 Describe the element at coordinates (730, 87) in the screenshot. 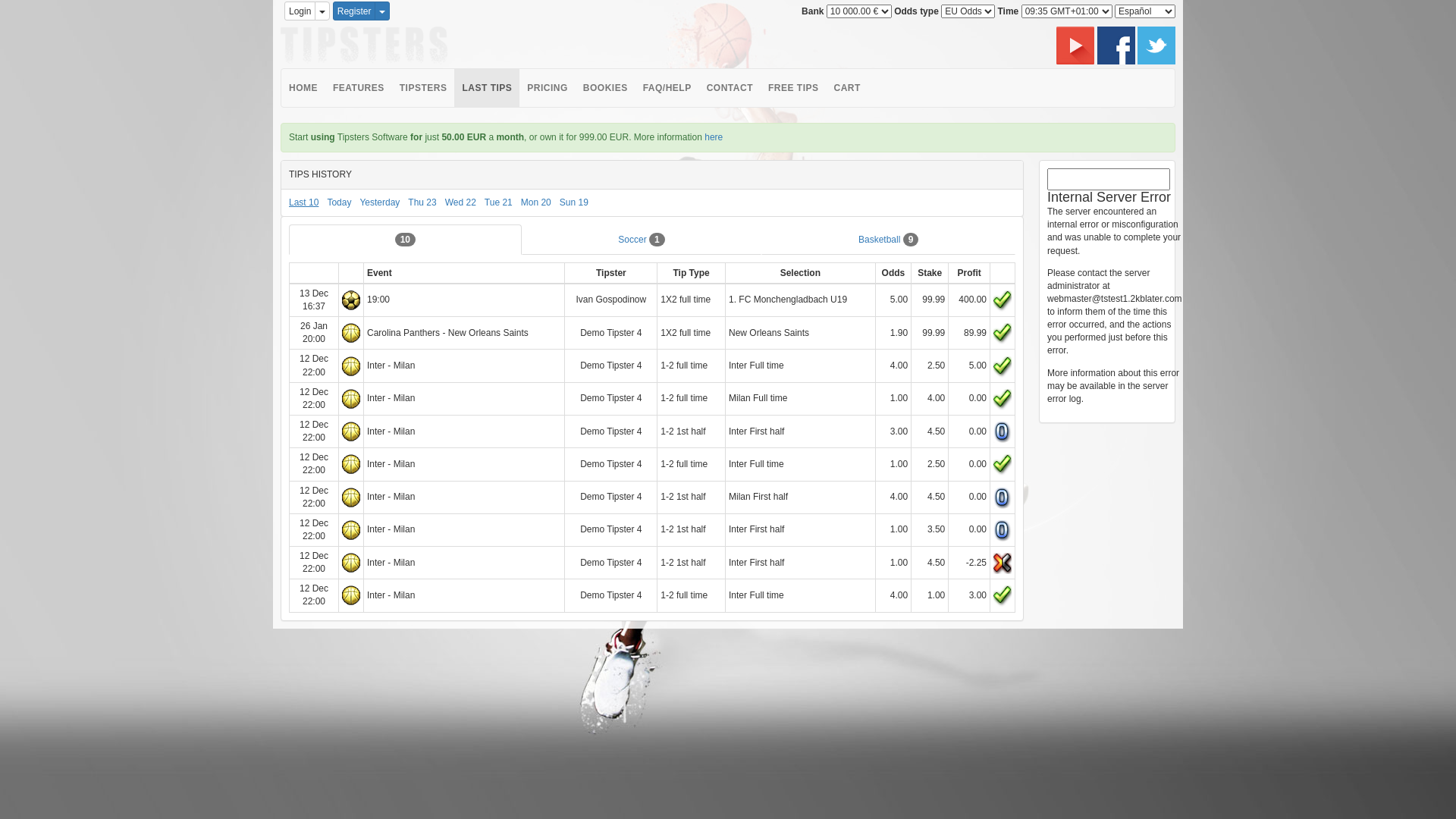

I see `'CONTACT'` at that location.